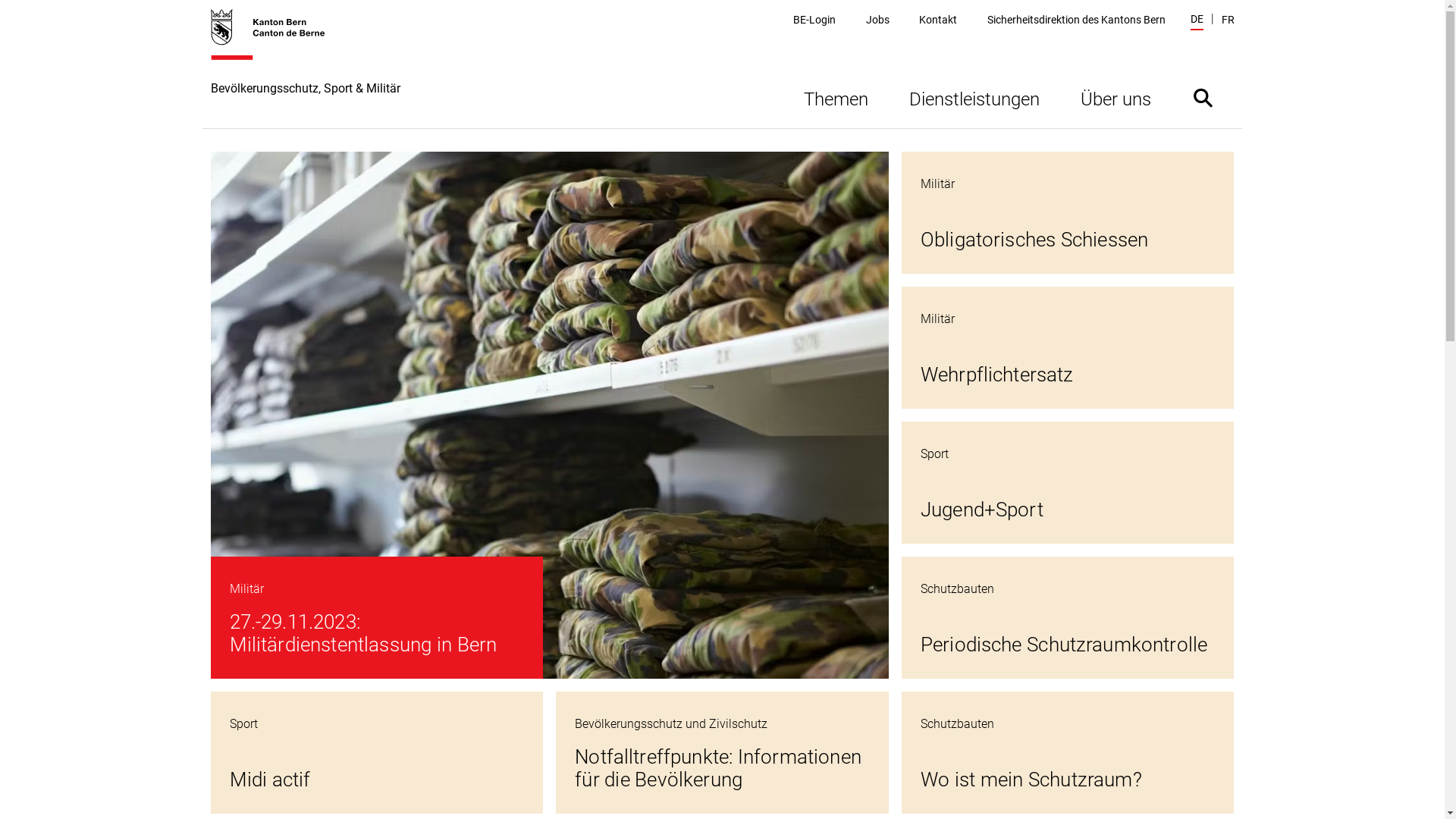  I want to click on 'FR', so click(1227, 20).